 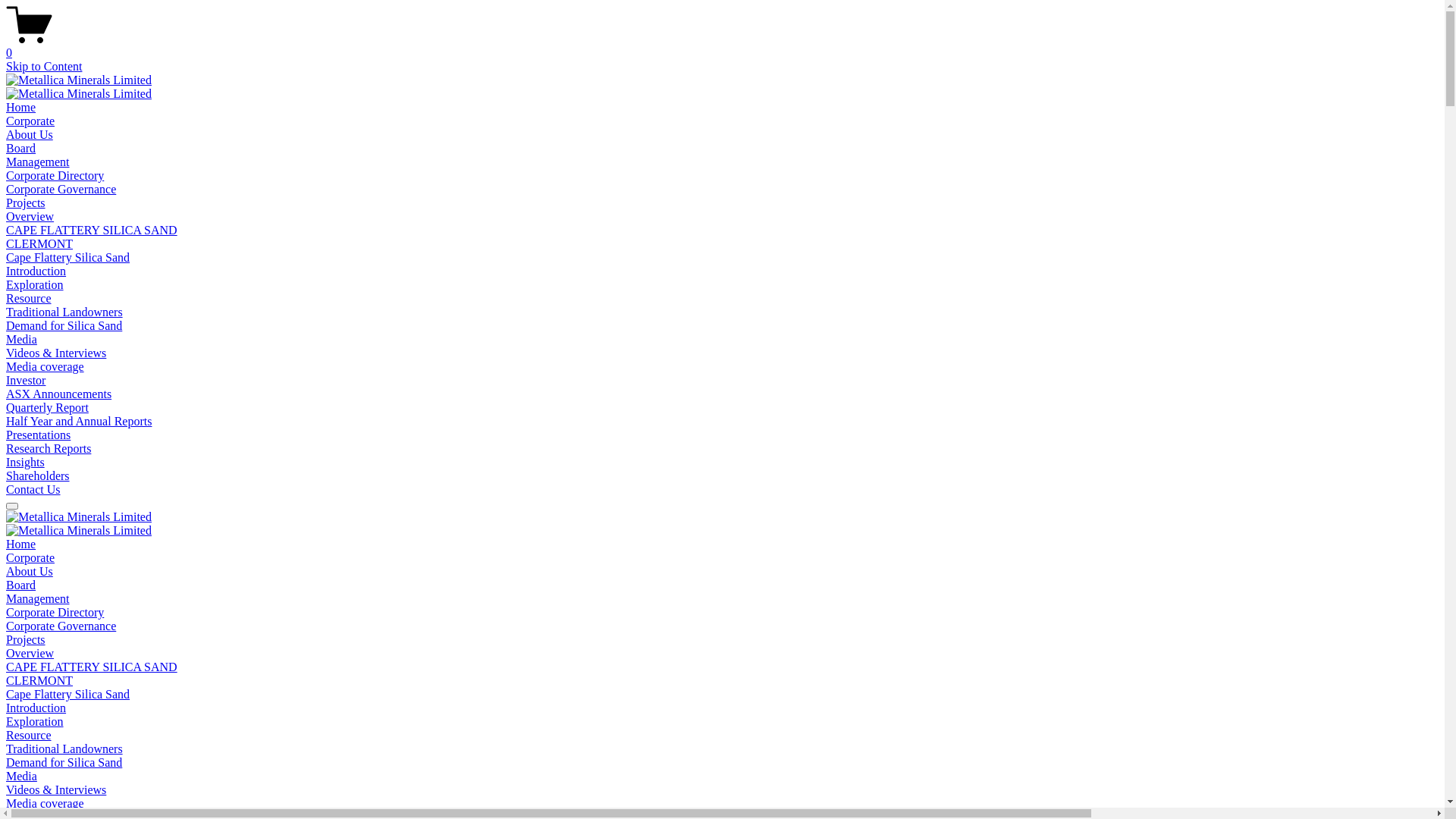 I want to click on '0', so click(x=721, y=45).